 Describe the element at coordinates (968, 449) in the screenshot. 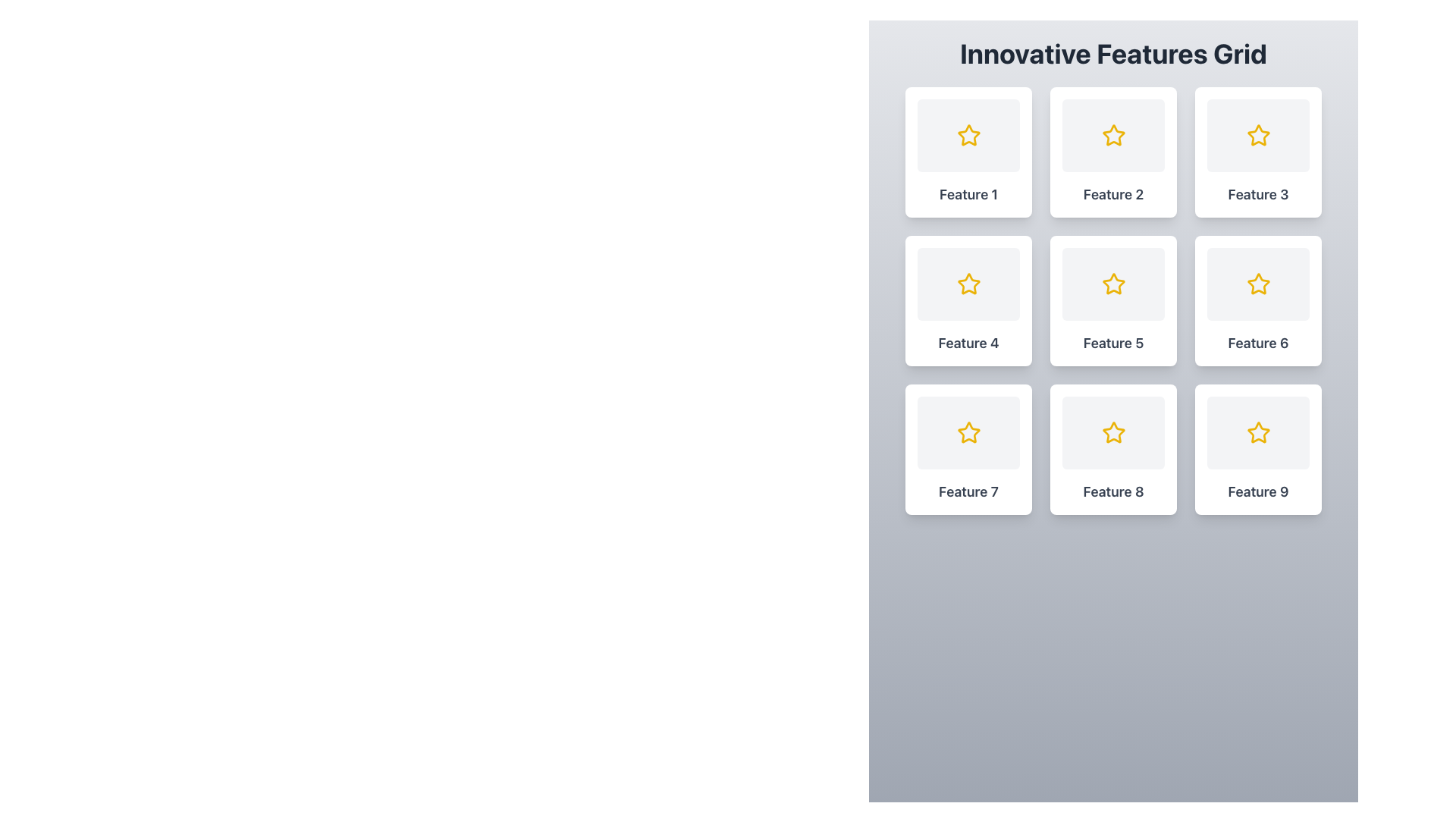

I see `the feature card component representing 'Feature 7' located in the bottom-left corner of the grid` at that location.